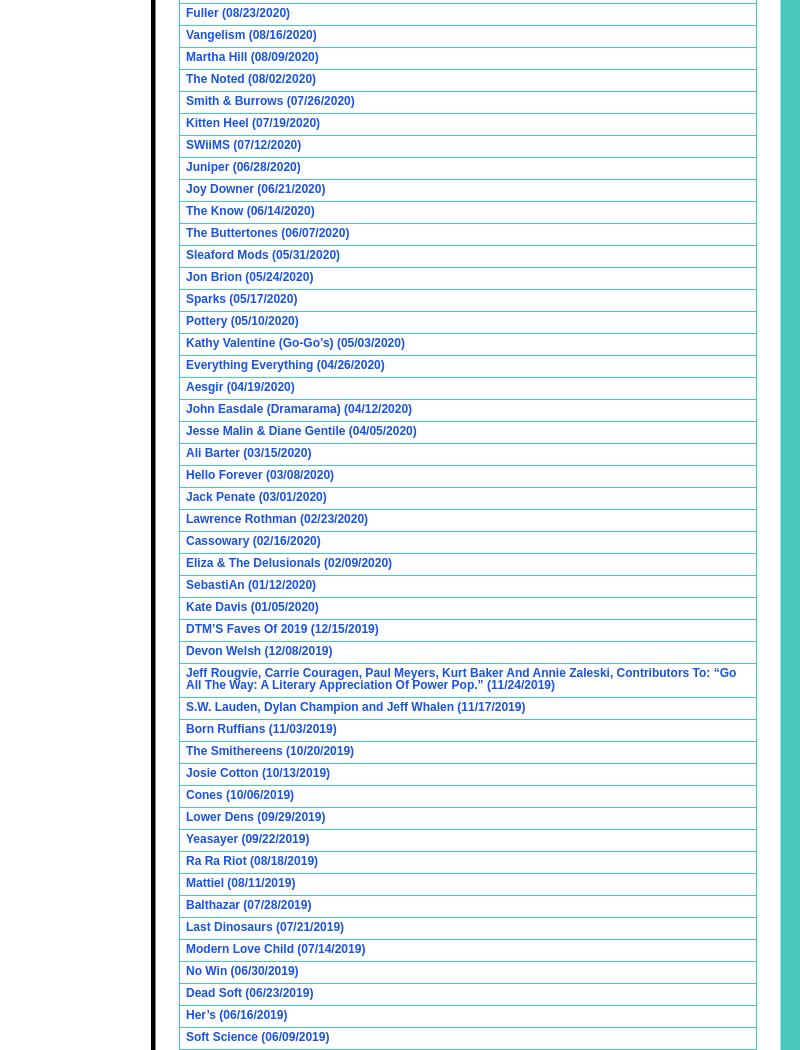  What do you see at coordinates (185, 816) in the screenshot?
I see `'Lower Dens (09/29/2019)'` at bounding box center [185, 816].